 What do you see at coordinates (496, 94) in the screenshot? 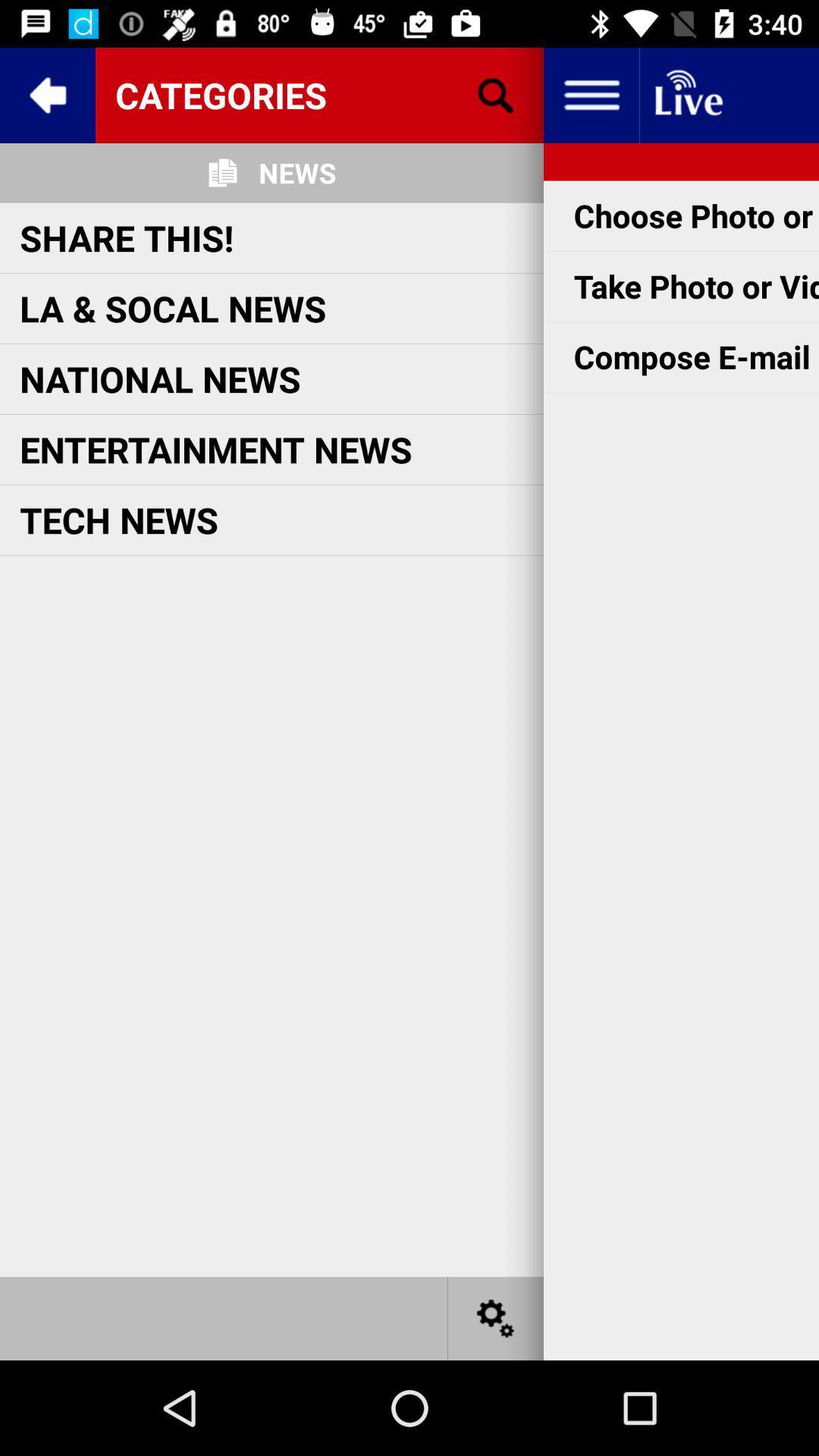
I see `opens the search box` at bounding box center [496, 94].